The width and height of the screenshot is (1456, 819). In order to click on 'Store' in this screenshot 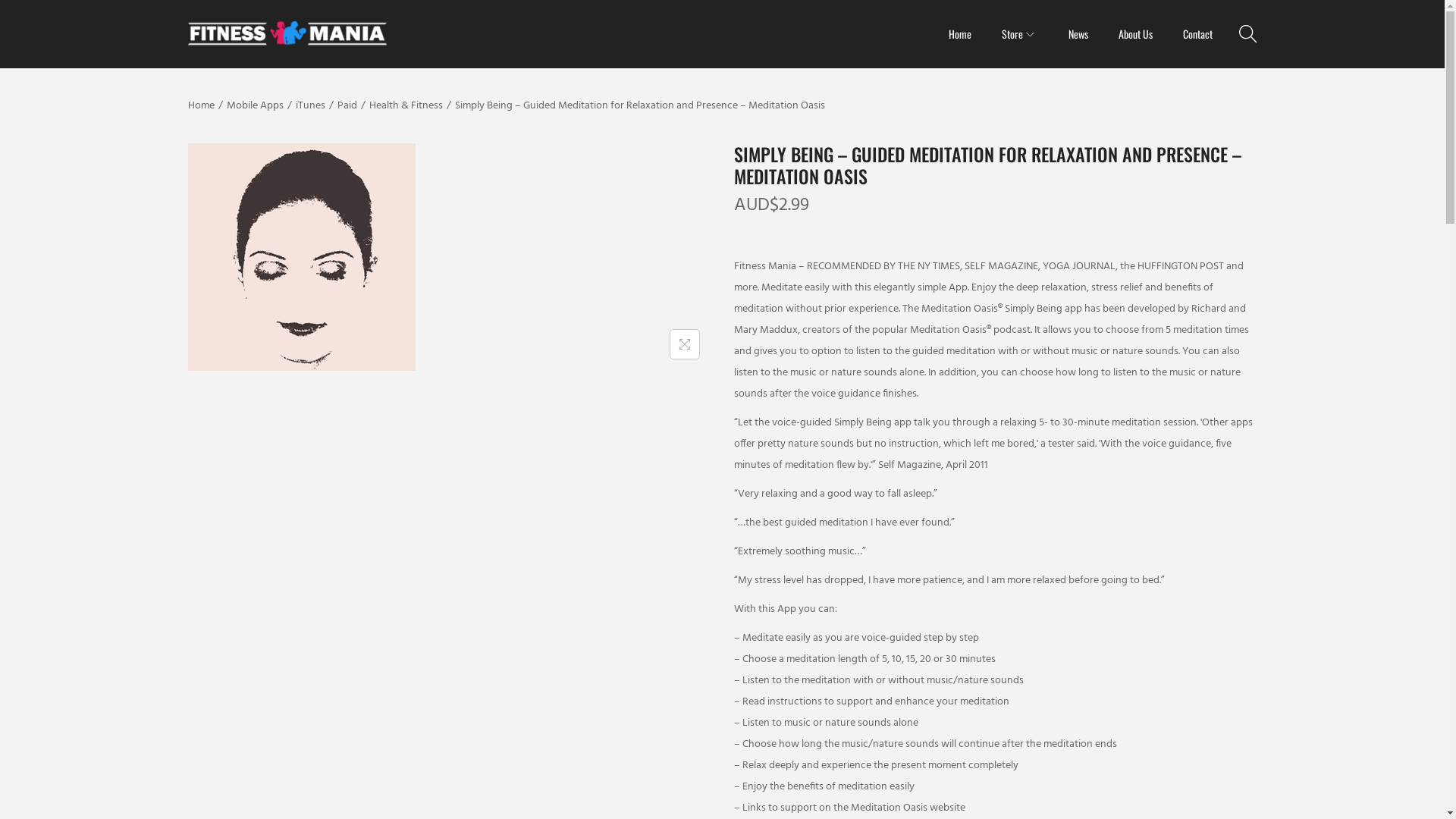, I will do `click(1019, 34)`.